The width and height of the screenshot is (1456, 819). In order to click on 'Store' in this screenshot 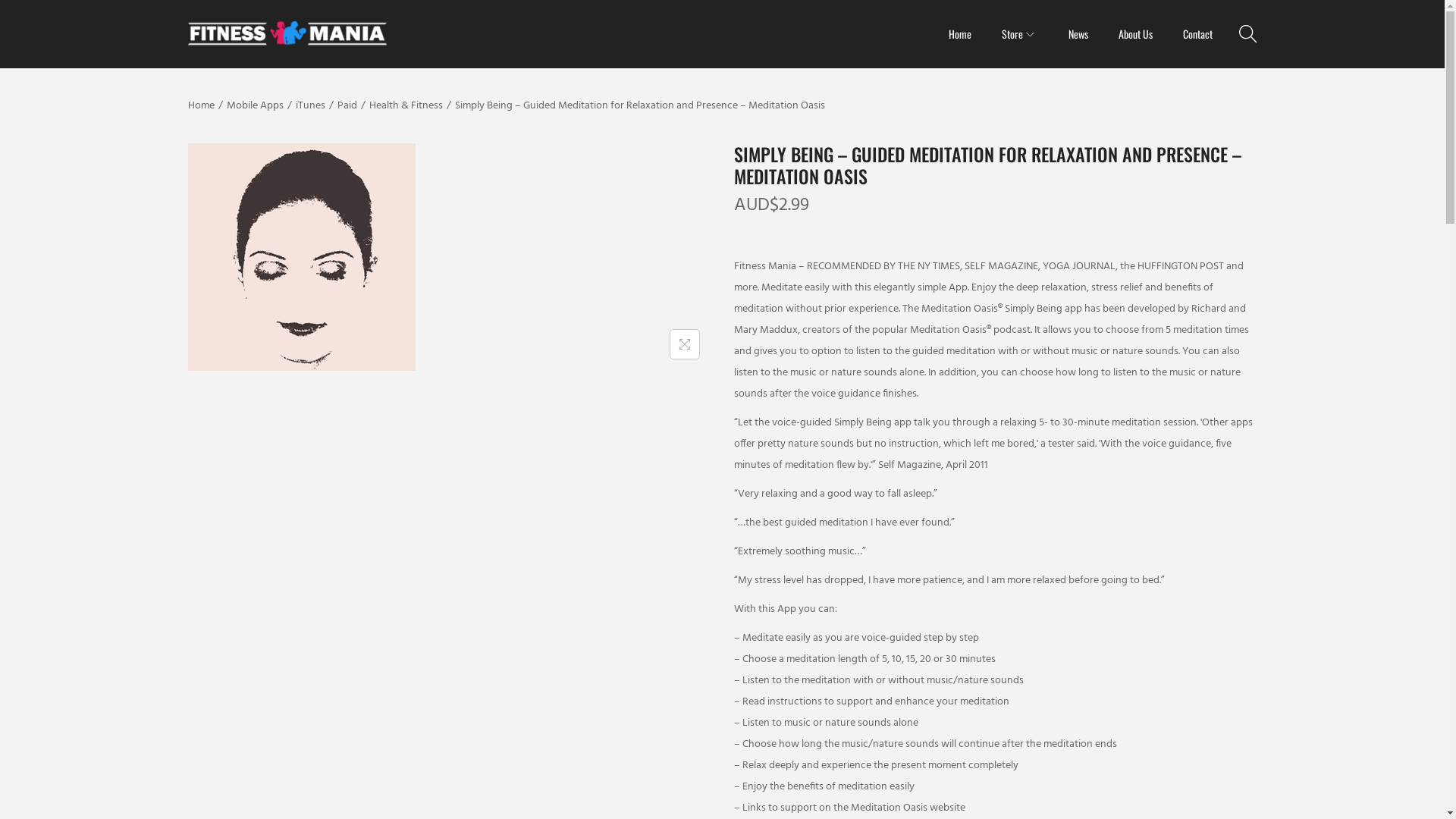, I will do `click(1019, 34)`.